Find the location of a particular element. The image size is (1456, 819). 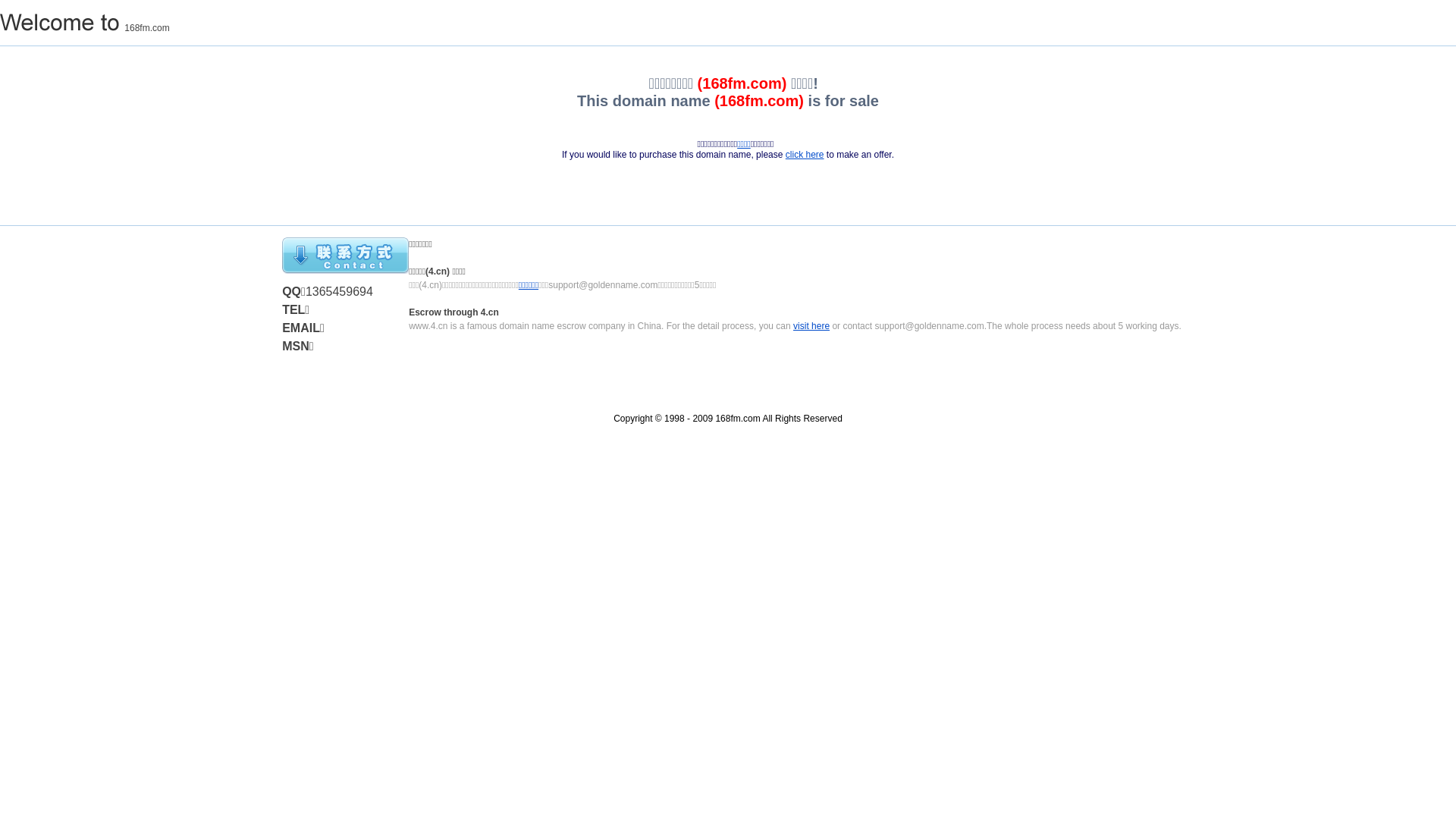

'click here' is located at coordinates (804, 155).